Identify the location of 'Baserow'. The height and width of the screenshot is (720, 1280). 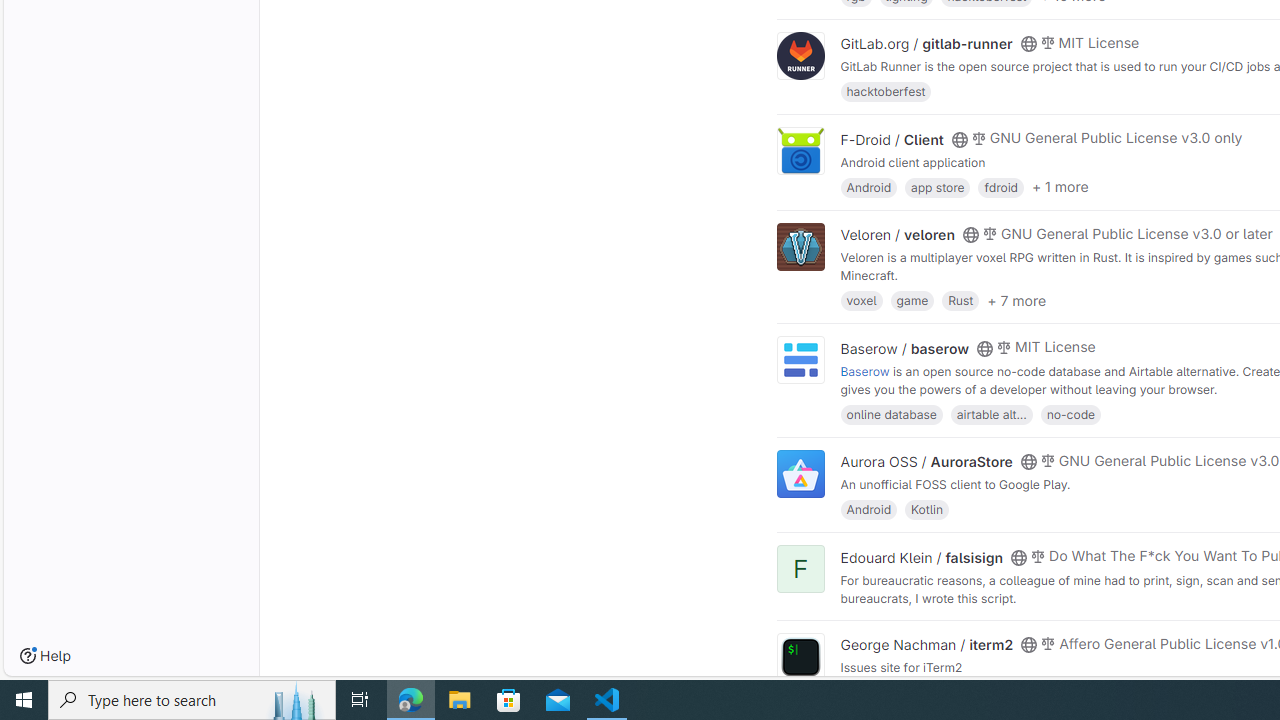
(864, 370).